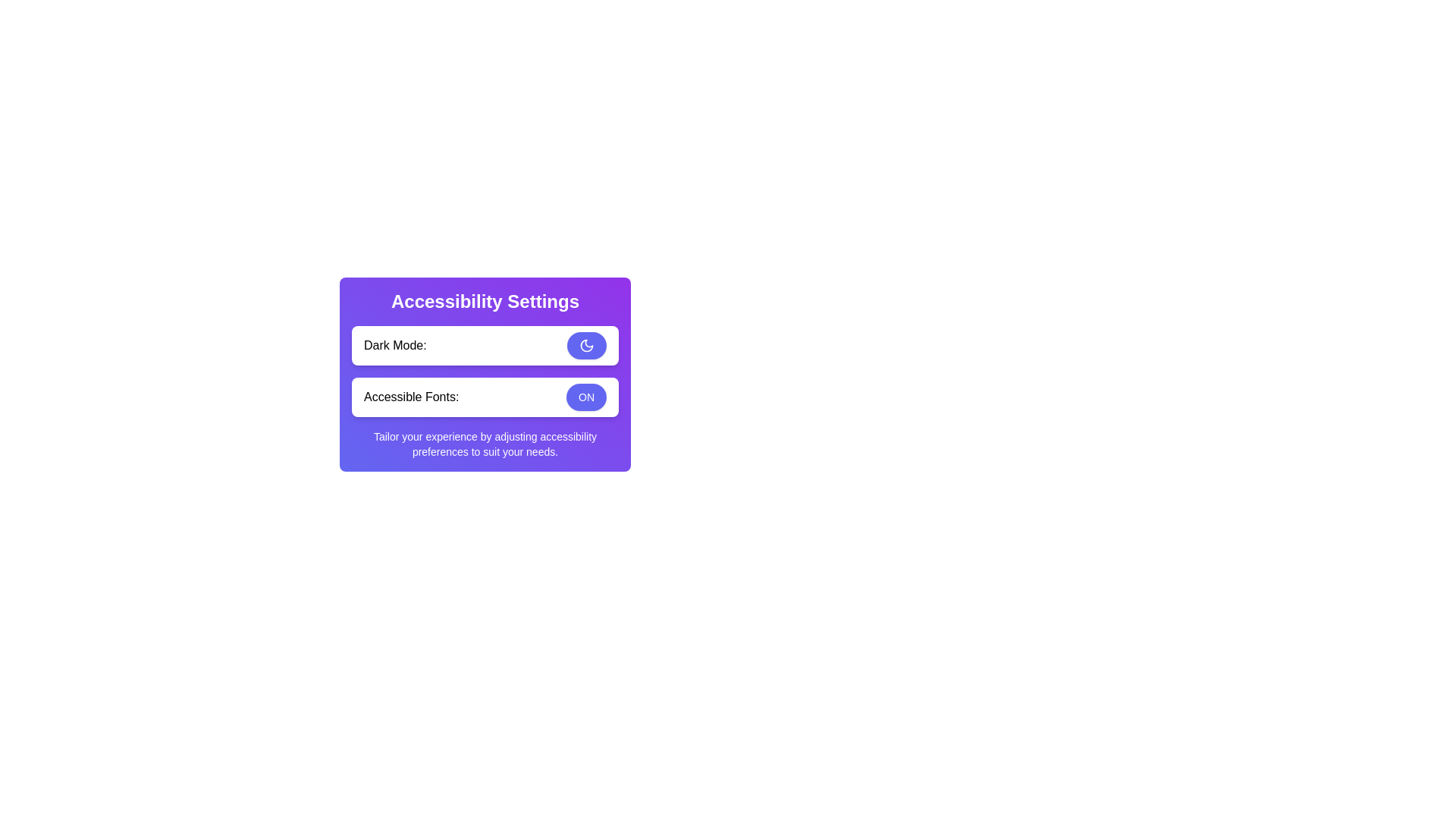 The width and height of the screenshot is (1456, 819). I want to click on the 'Dark Mode' toggle button using keyboard navigation, so click(585, 345).